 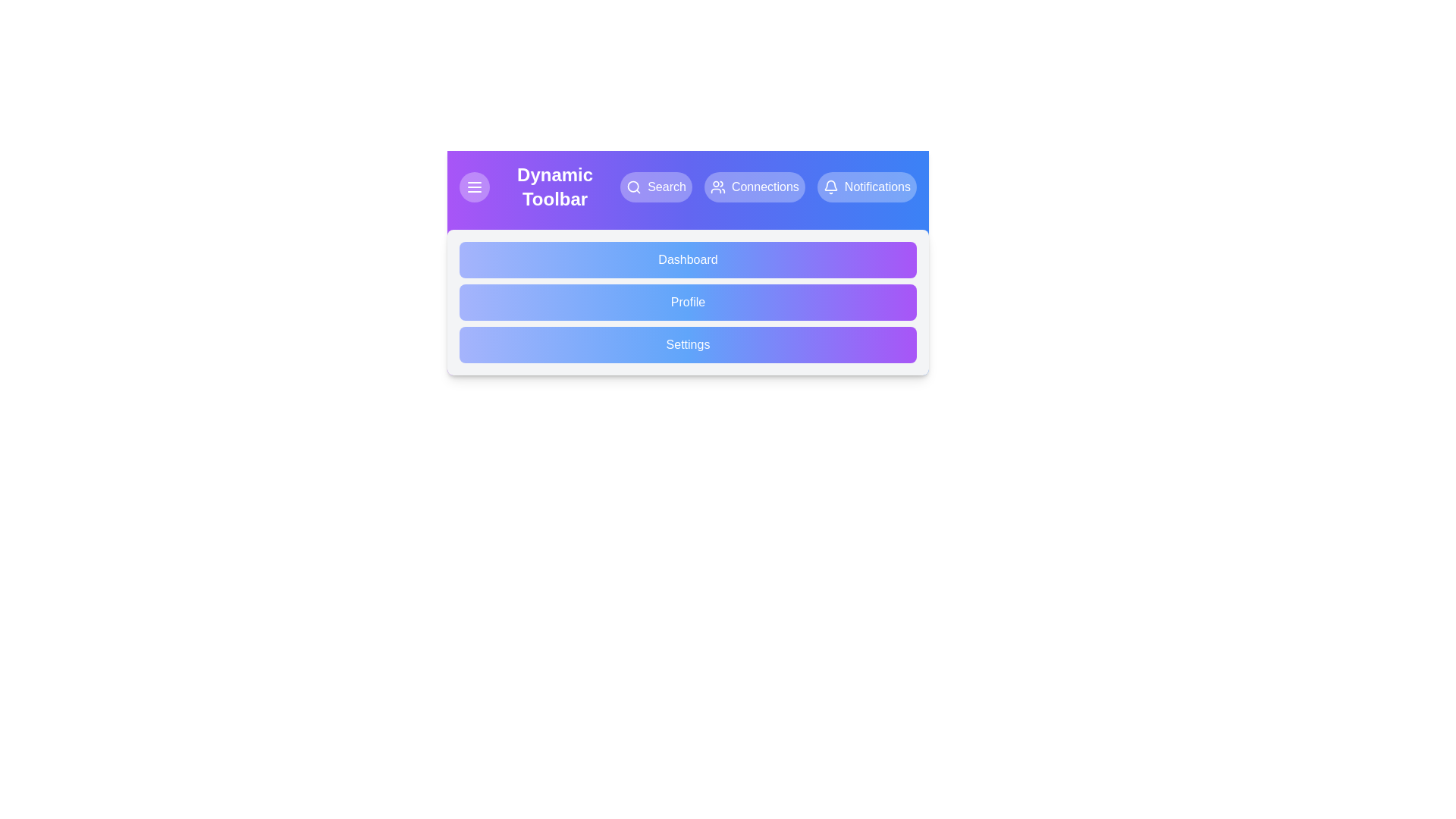 I want to click on the menu button to toggle the menu visibility, so click(x=473, y=186).